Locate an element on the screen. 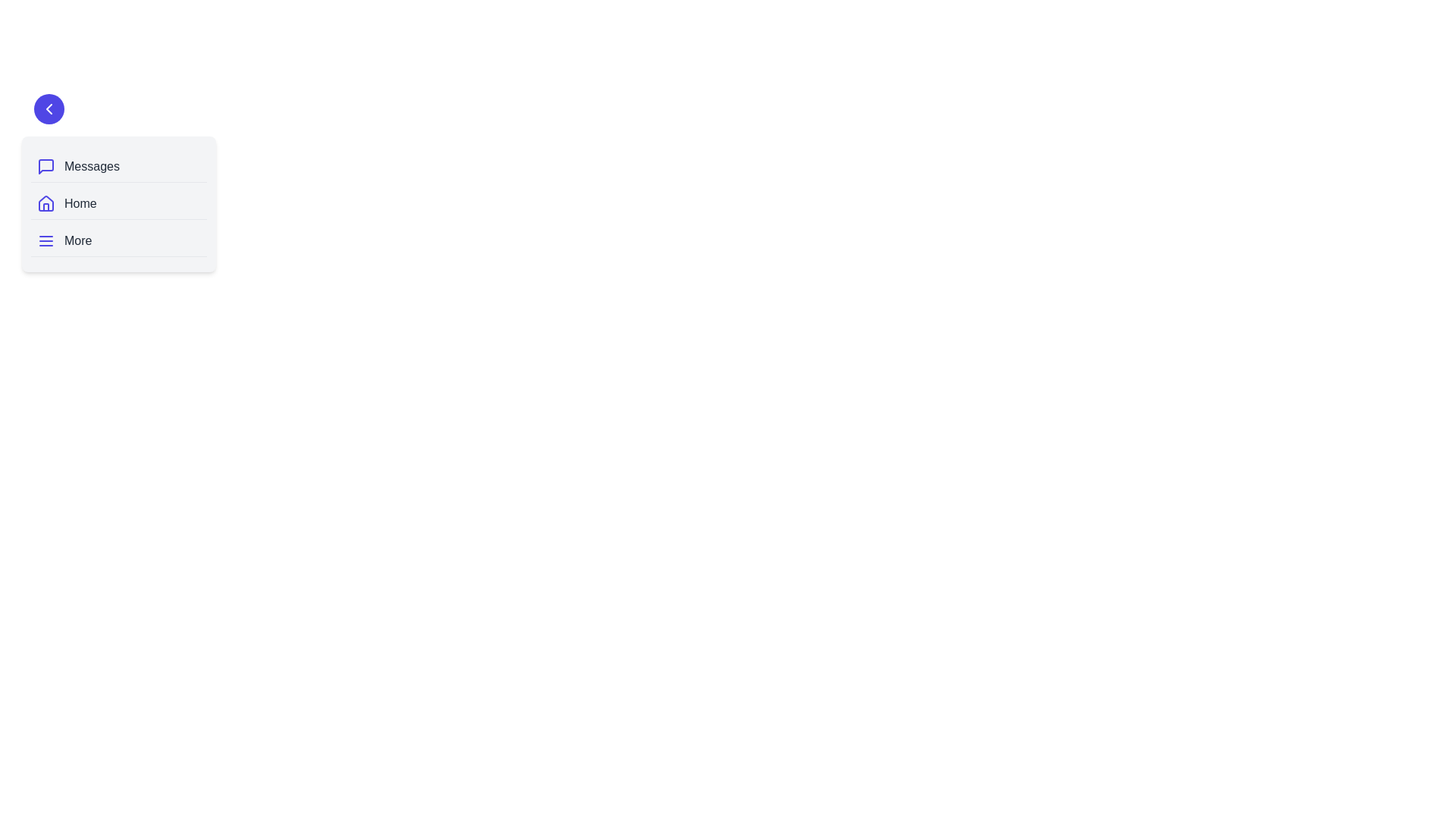 The image size is (1456, 819). the icon labeled 'Messages' is located at coordinates (46, 166).